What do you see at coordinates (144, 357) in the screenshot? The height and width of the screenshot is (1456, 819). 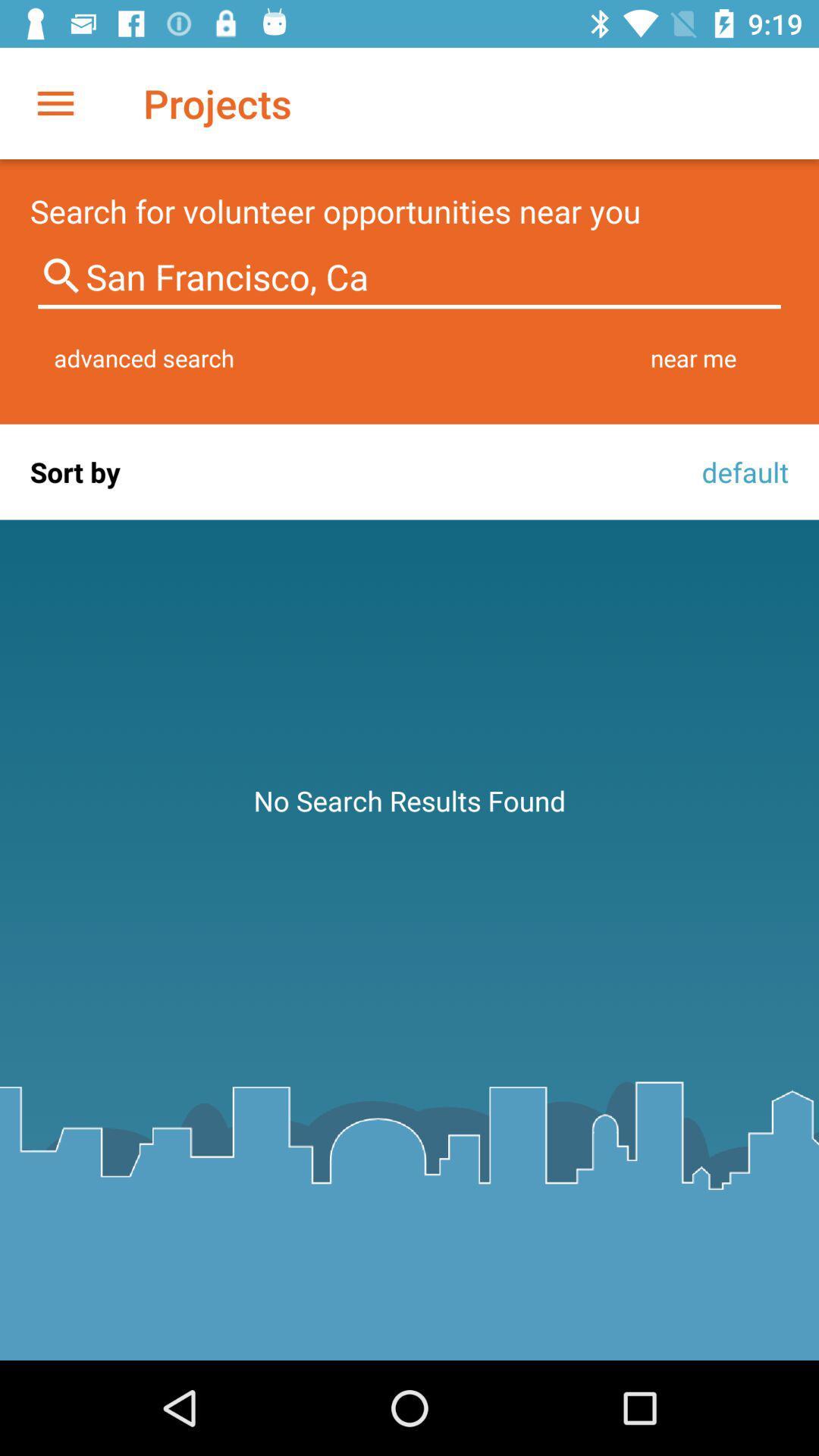 I see `the item next to the near me item` at bounding box center [144, 357].